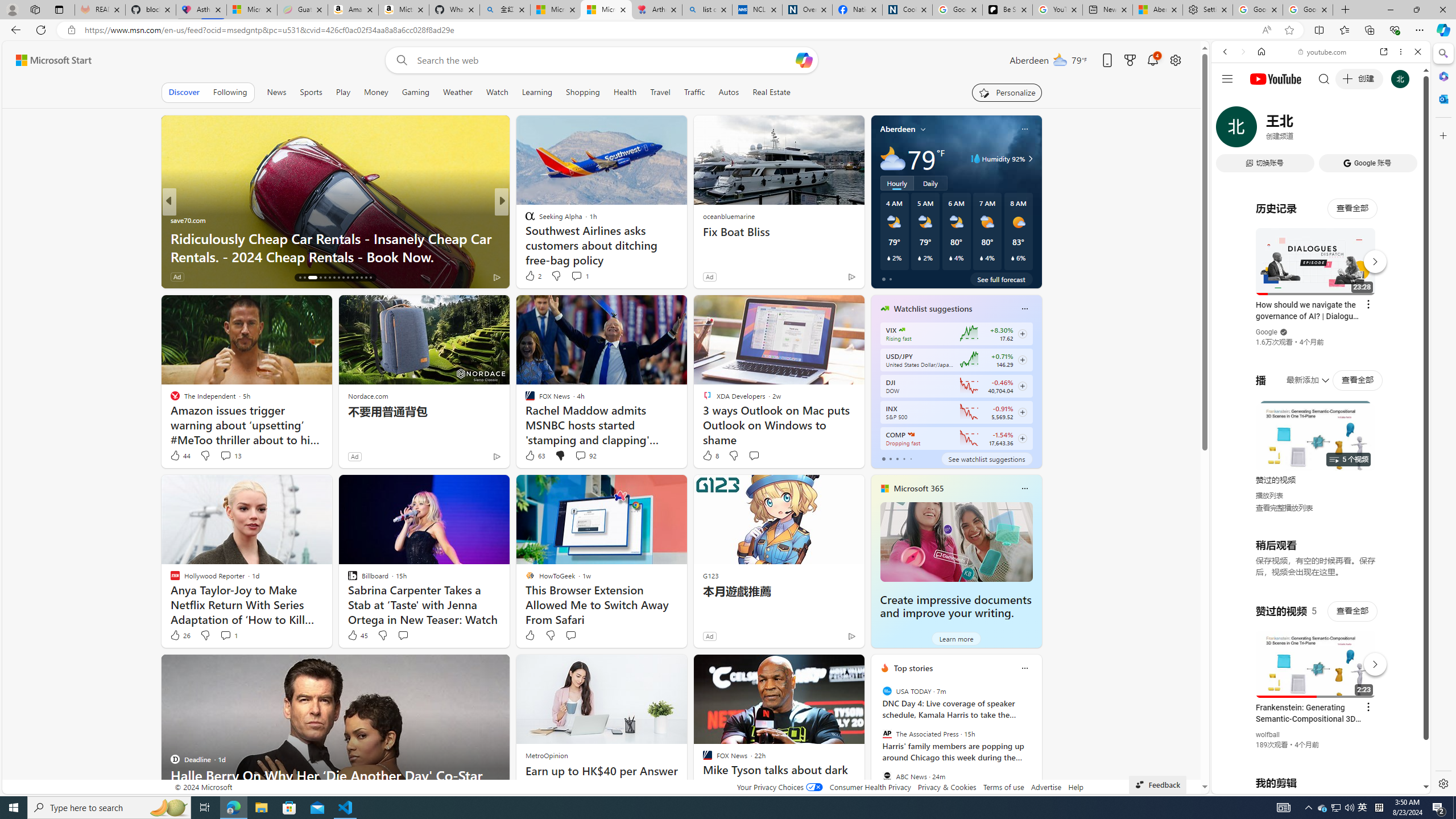  I want to click on 'Close Customize pane', so click(1442, 135).